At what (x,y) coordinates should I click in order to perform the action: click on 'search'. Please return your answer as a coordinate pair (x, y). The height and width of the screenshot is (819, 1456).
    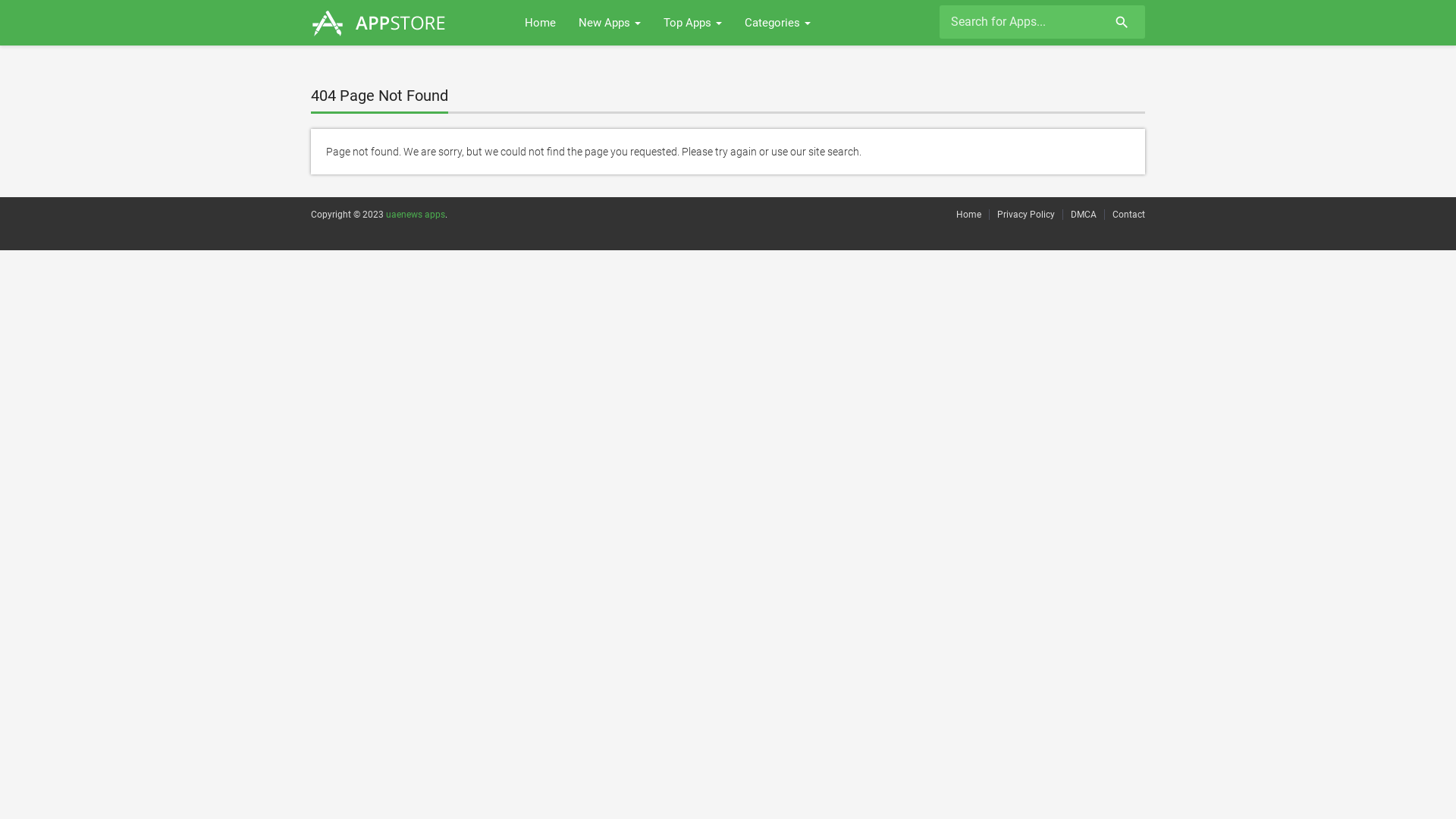
    Looking at the image, I should click on (1119, 24).